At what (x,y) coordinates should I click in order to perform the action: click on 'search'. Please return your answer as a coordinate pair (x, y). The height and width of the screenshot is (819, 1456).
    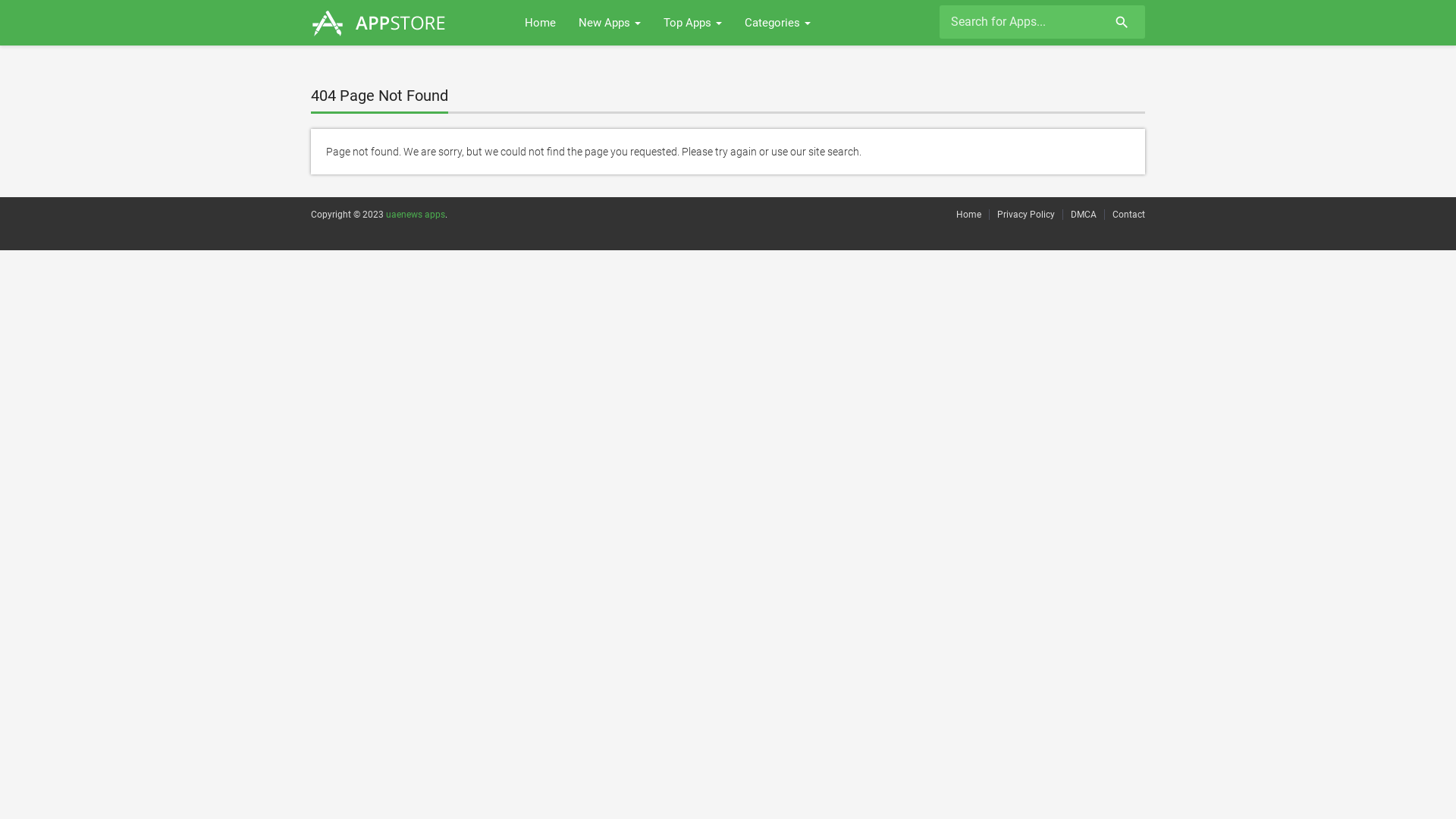
    Looking at the image, I should click on (1119, 24).